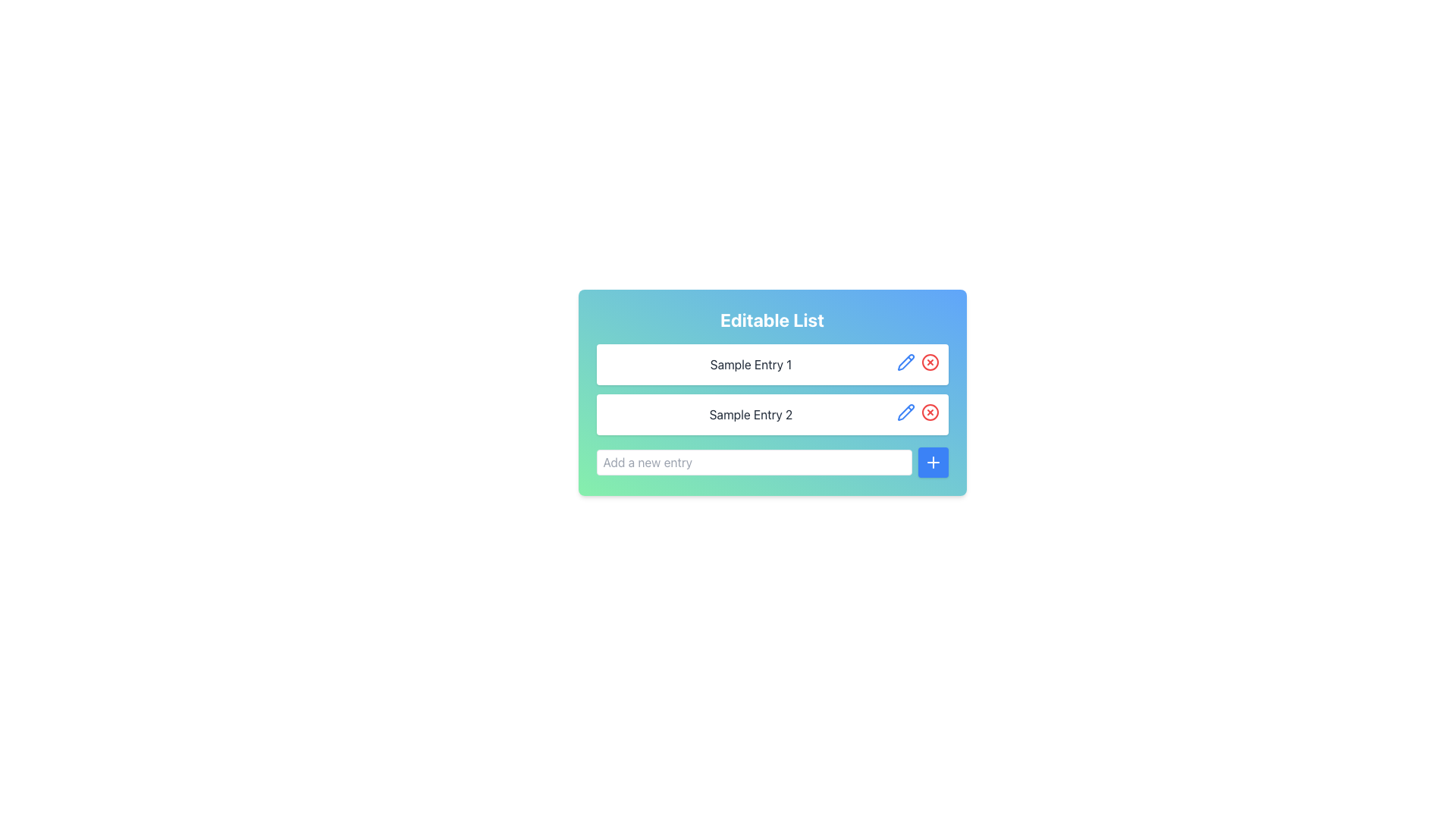 This screenshot has width=1456, height=819. Describe the element at coordinates (932, 461) in the screenshot. I see `the button with a blue background and a white plus sign icon` at that location.